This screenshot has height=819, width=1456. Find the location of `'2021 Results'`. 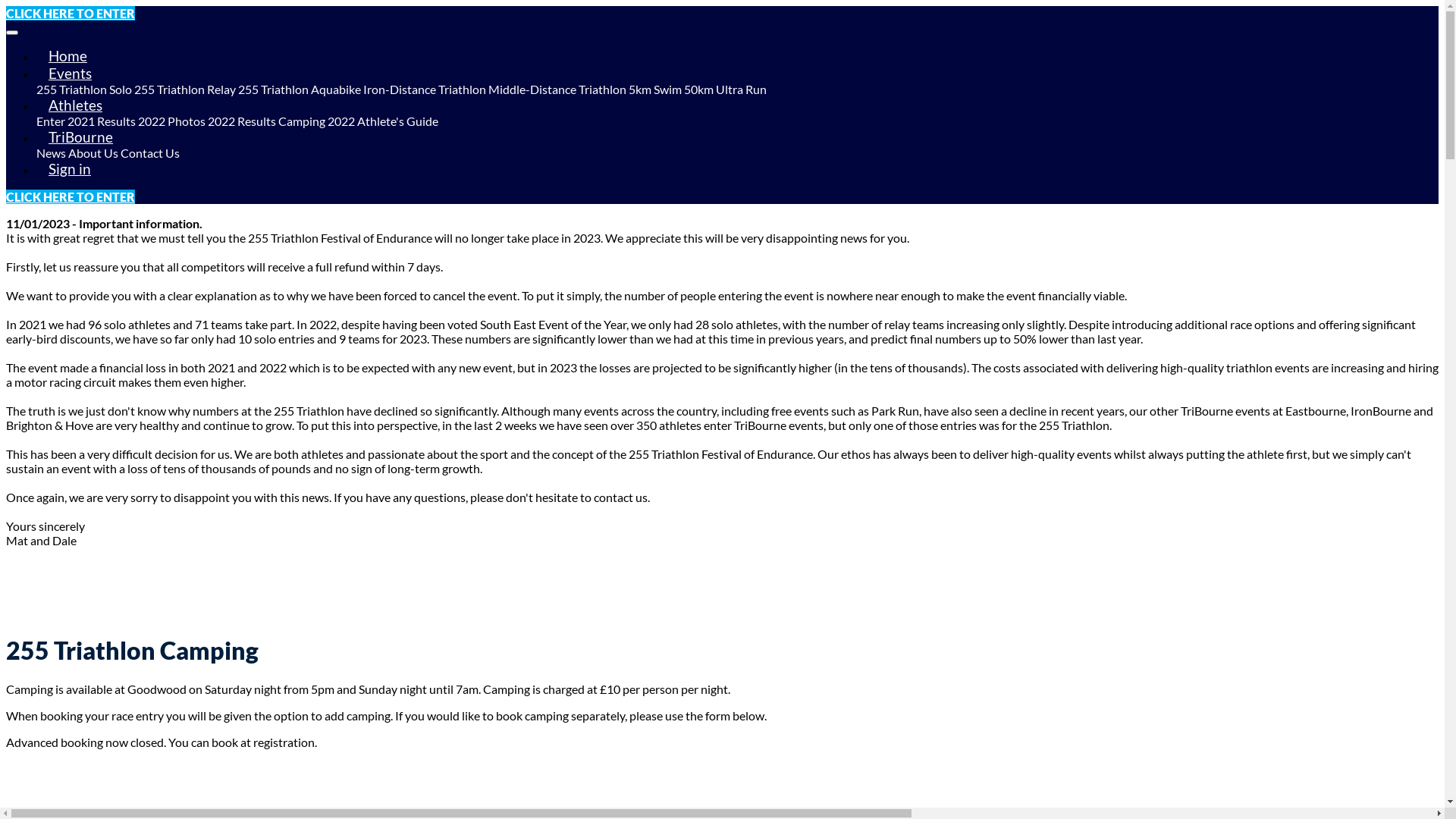

'2021 Results' is located at coordinates (67, 120).